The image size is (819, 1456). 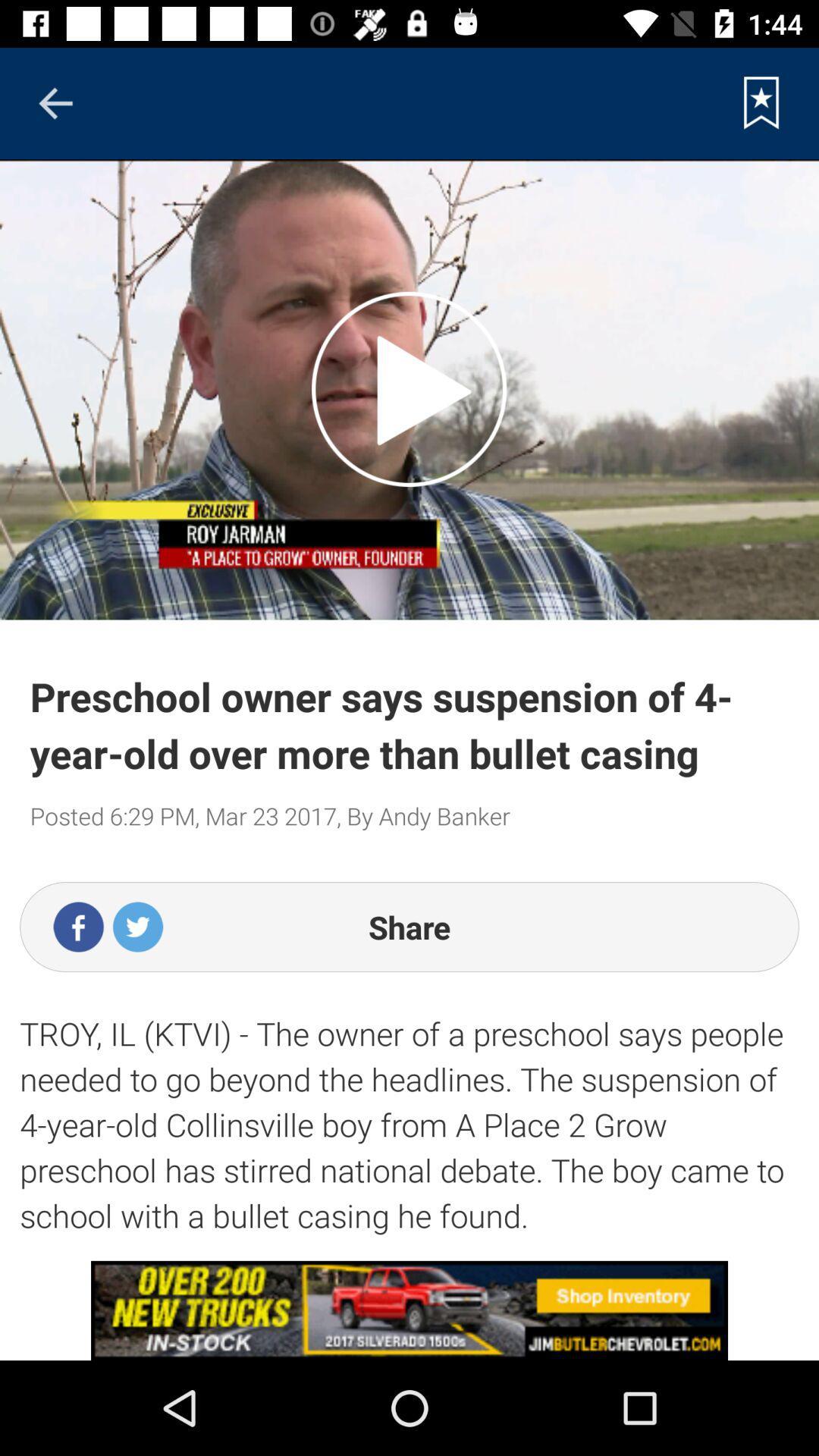 What do you see at coordinates (761, 102) in the screenshot?
I see `the bookmark icon` at bounding box center [761, 102].